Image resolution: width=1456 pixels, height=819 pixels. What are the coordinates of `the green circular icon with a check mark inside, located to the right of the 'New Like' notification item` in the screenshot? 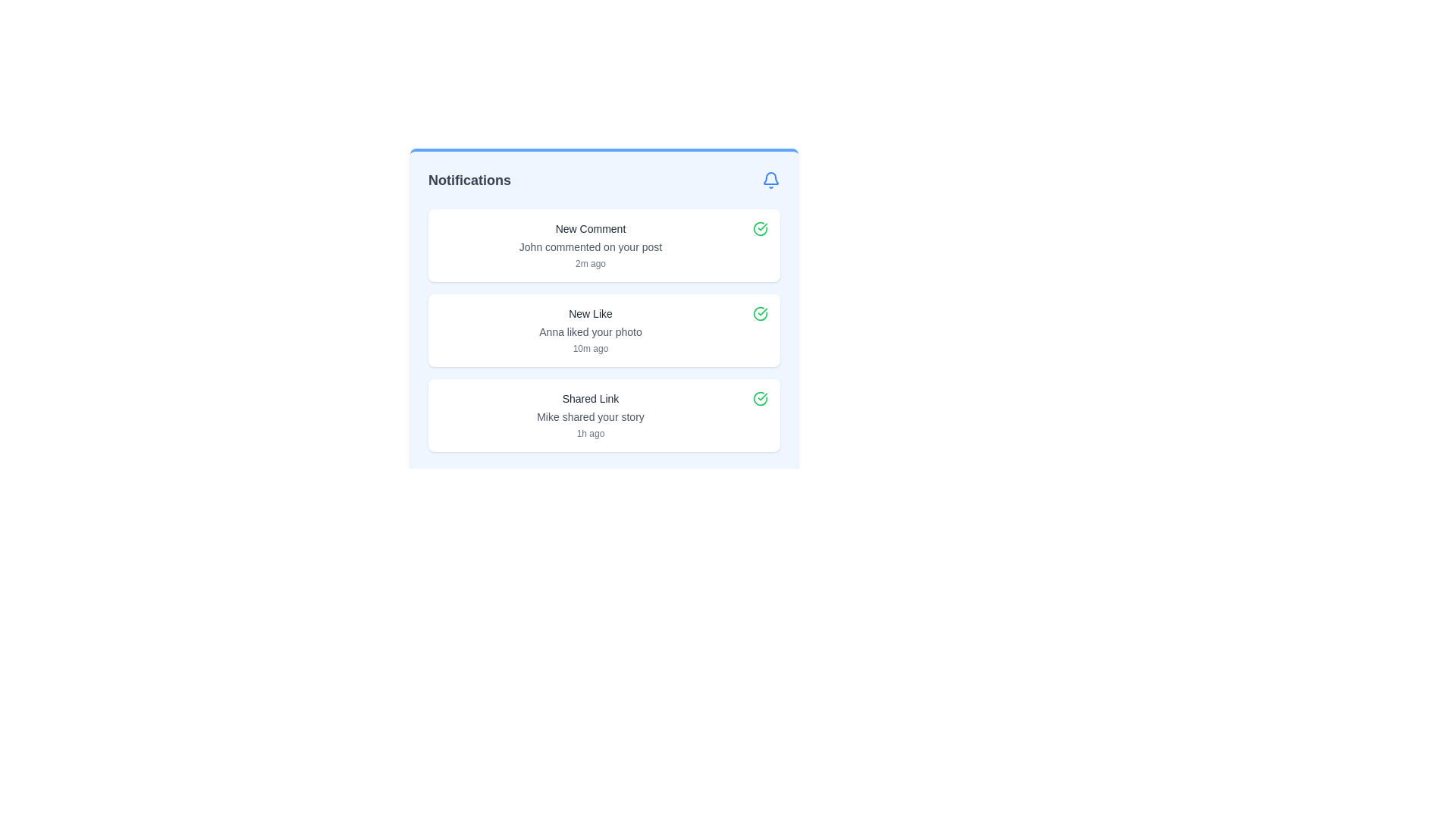 It's located at (761, 312).